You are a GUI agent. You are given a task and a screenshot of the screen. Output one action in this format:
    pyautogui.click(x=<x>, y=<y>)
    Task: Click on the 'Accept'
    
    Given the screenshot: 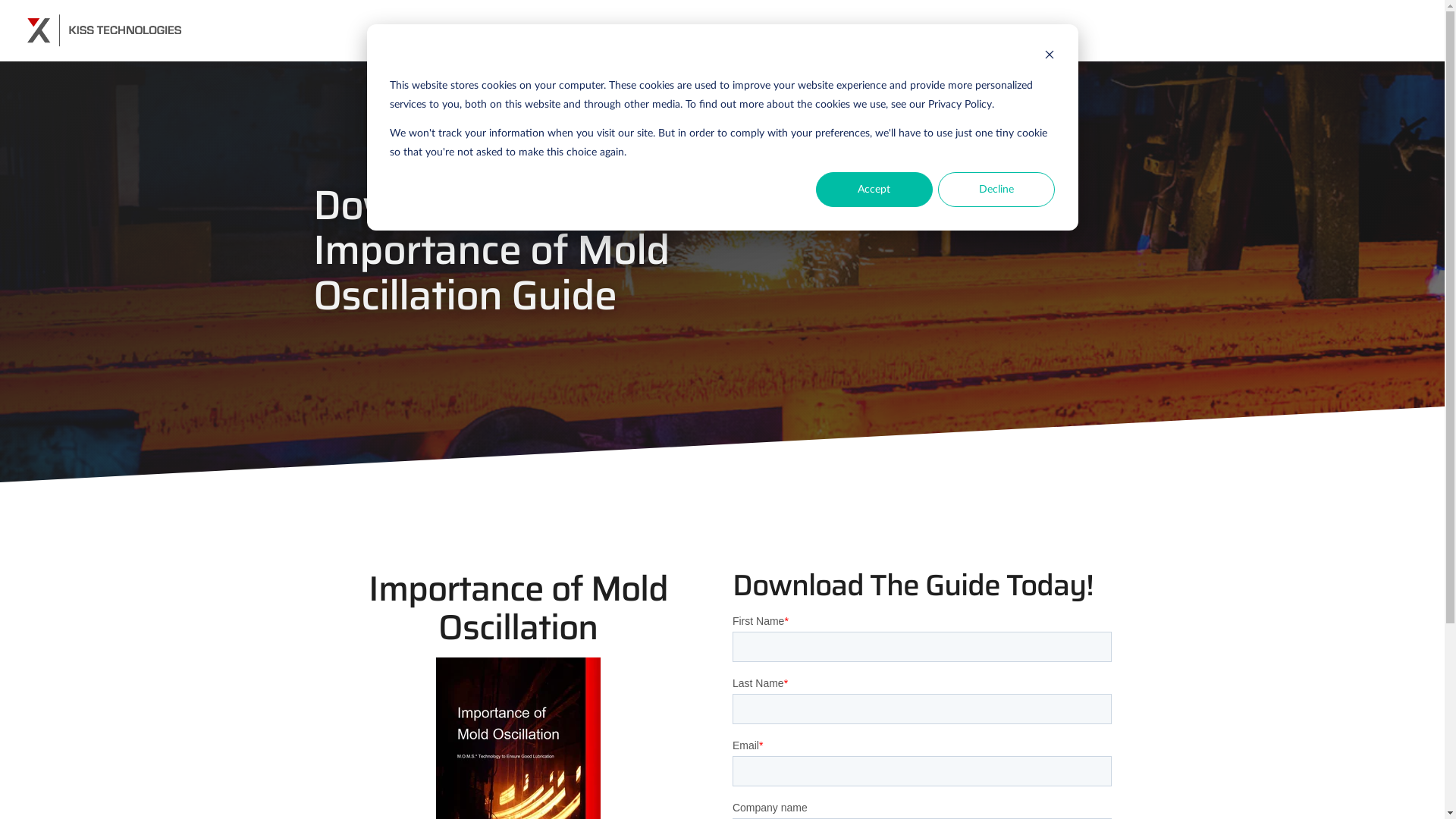 What is the action you would take?
    pyautogui.click(x=874, y=189)
    